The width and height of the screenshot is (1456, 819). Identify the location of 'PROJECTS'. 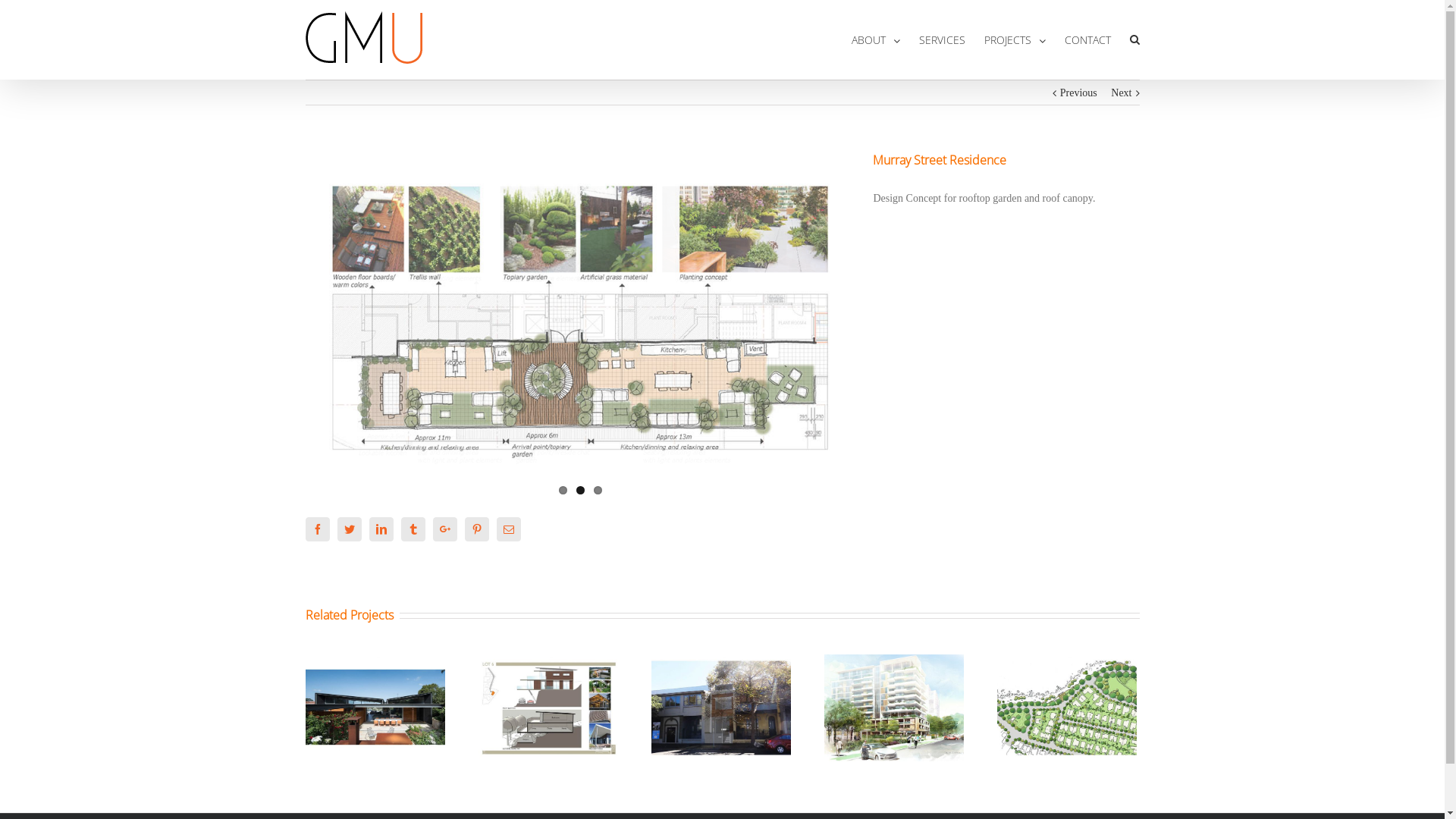
(1015, 39).